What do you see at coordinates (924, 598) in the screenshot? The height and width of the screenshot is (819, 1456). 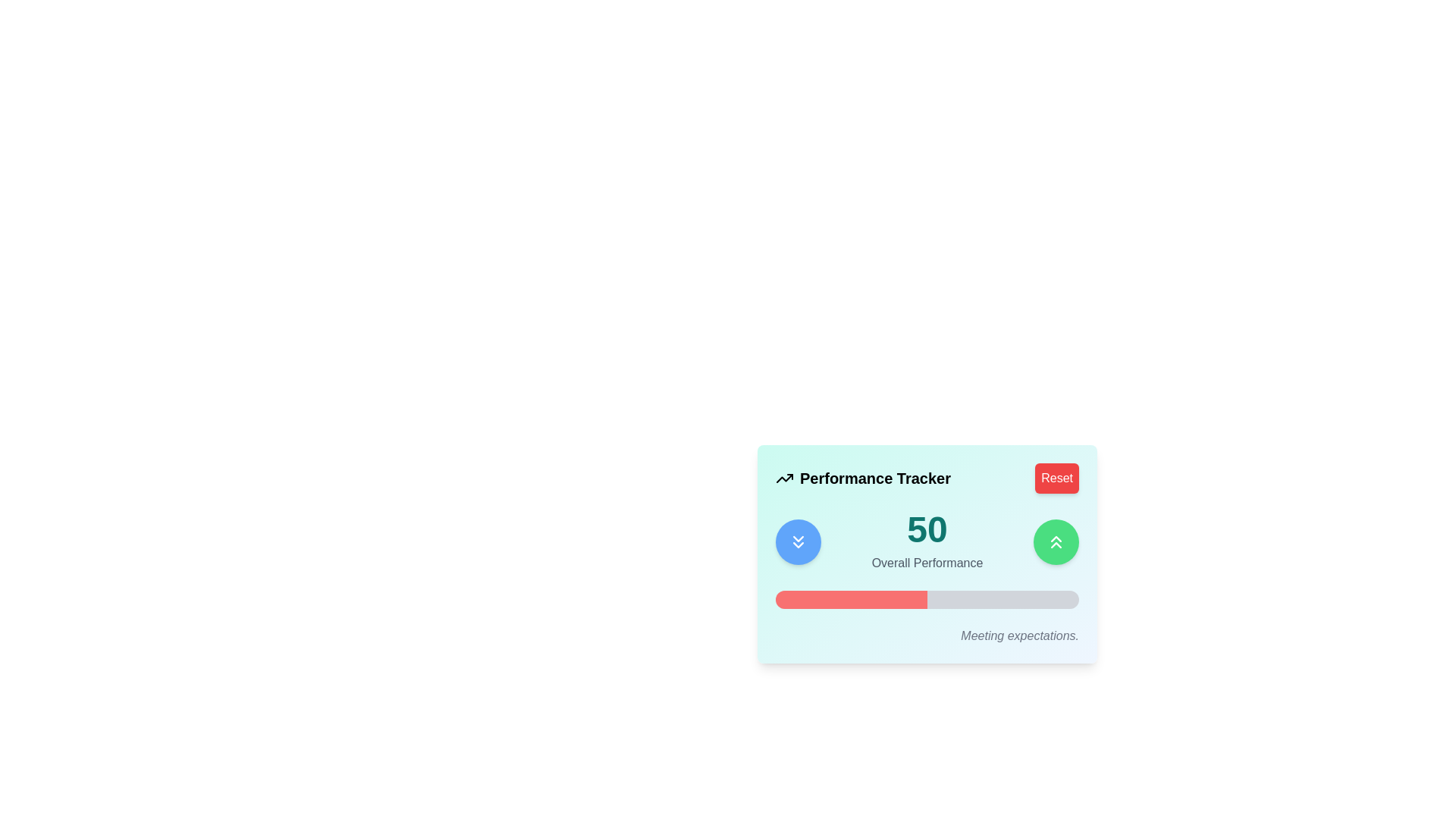 I see `performance level` at bounding box center [924, 598].